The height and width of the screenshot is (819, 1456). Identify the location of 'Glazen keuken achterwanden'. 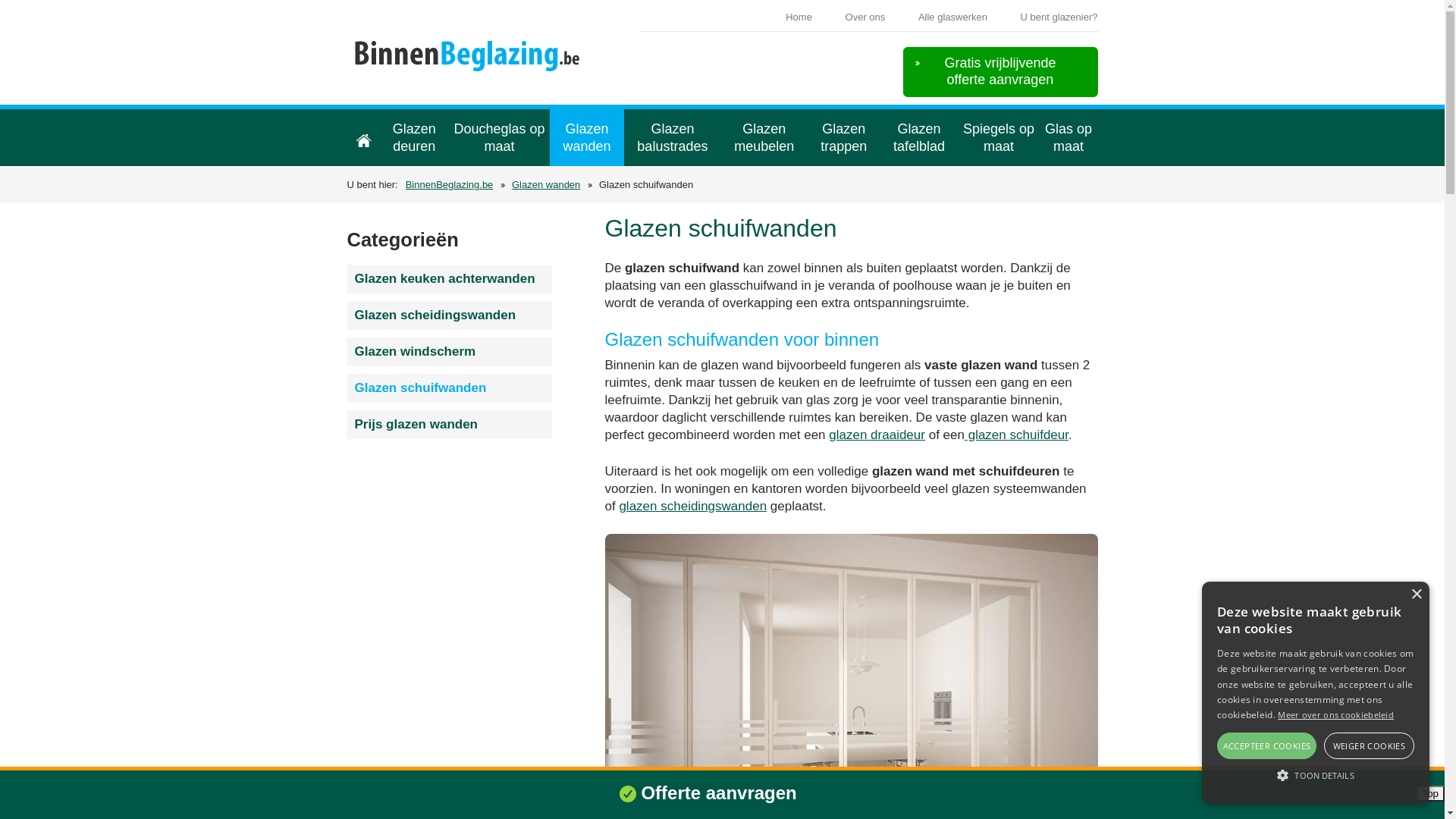
(449, 278).